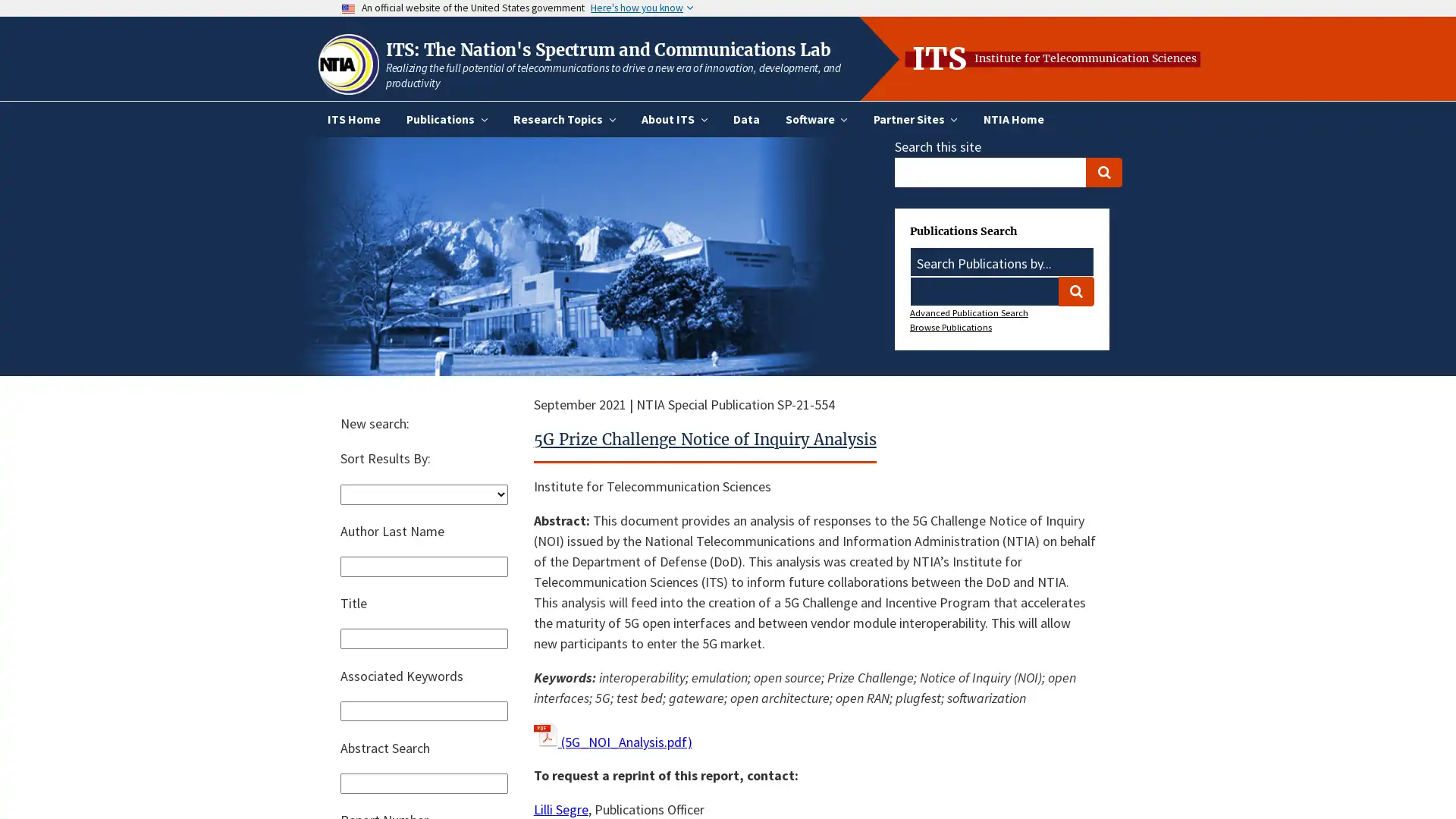 The image size is (1456, 819). Describe the element at coordinates (1075, 291) in the screenshot. I see `Search` at that location.